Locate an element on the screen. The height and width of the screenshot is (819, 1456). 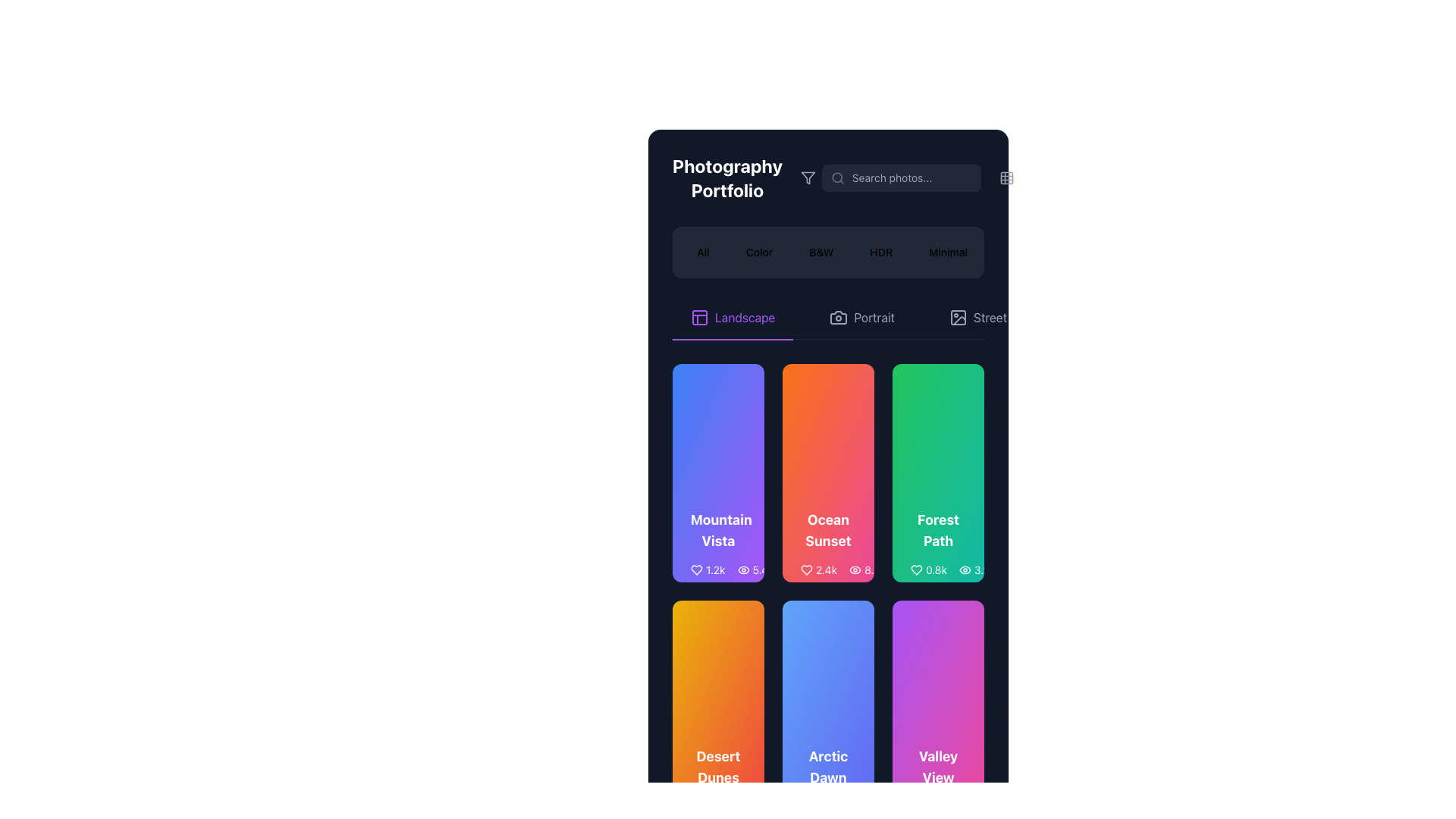
the textual label located at the top of the green card in the third column of the top row in the collection grid is located at coordinates (937, 529).